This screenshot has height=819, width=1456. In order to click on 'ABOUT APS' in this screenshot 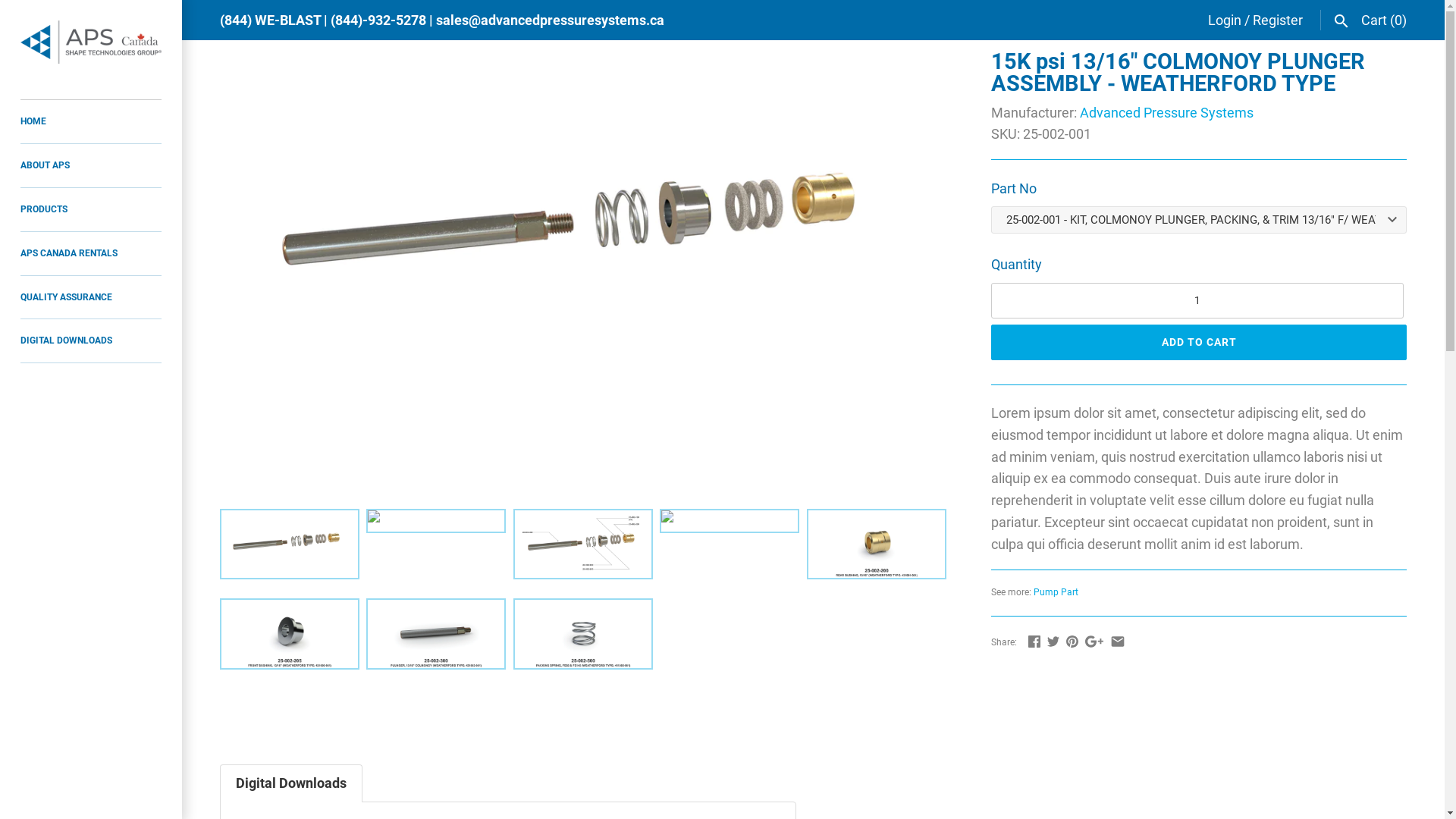, I will do `click(90, 166)`.